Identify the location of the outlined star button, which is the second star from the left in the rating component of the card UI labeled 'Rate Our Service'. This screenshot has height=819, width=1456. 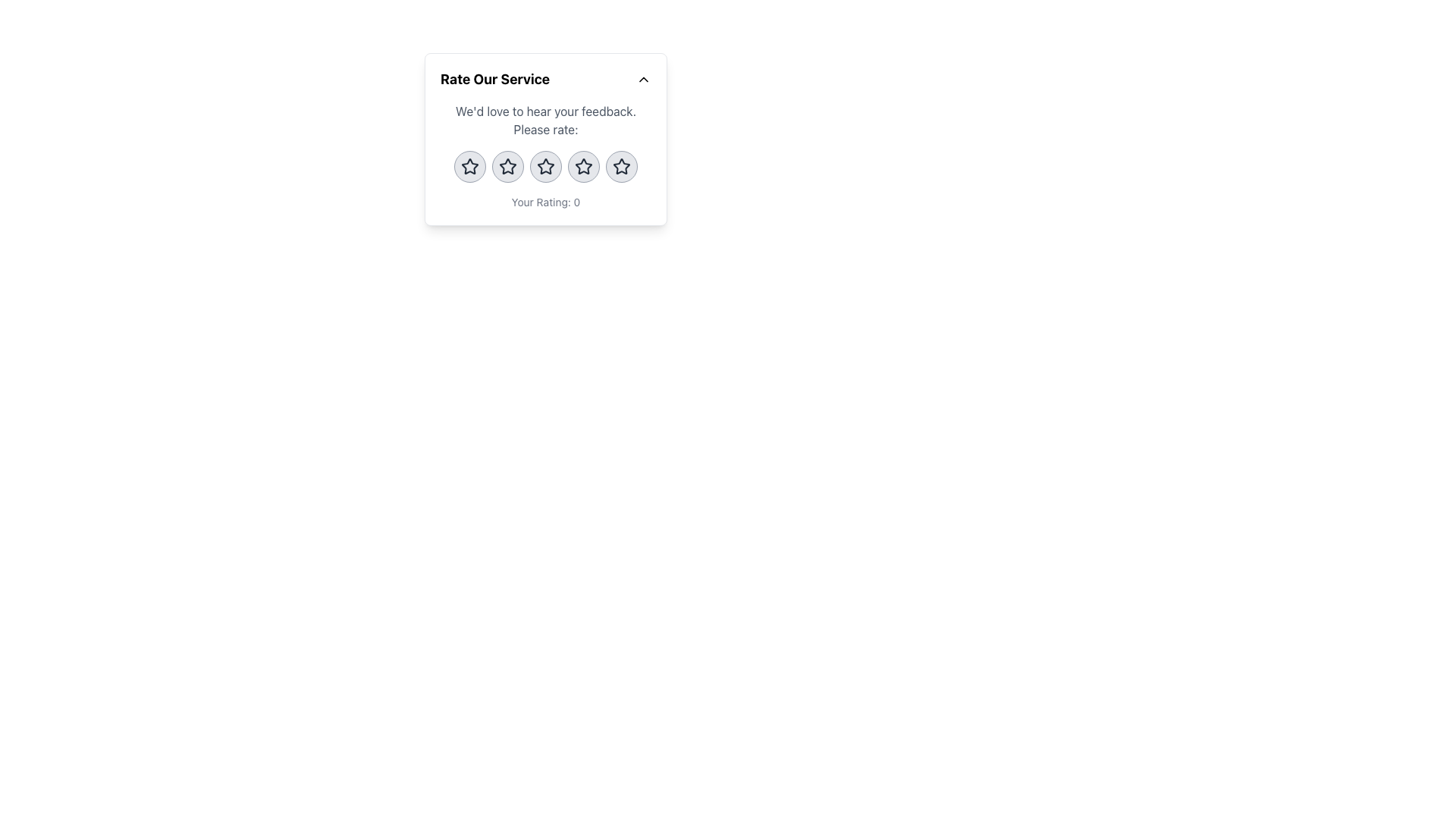
(508, 166).